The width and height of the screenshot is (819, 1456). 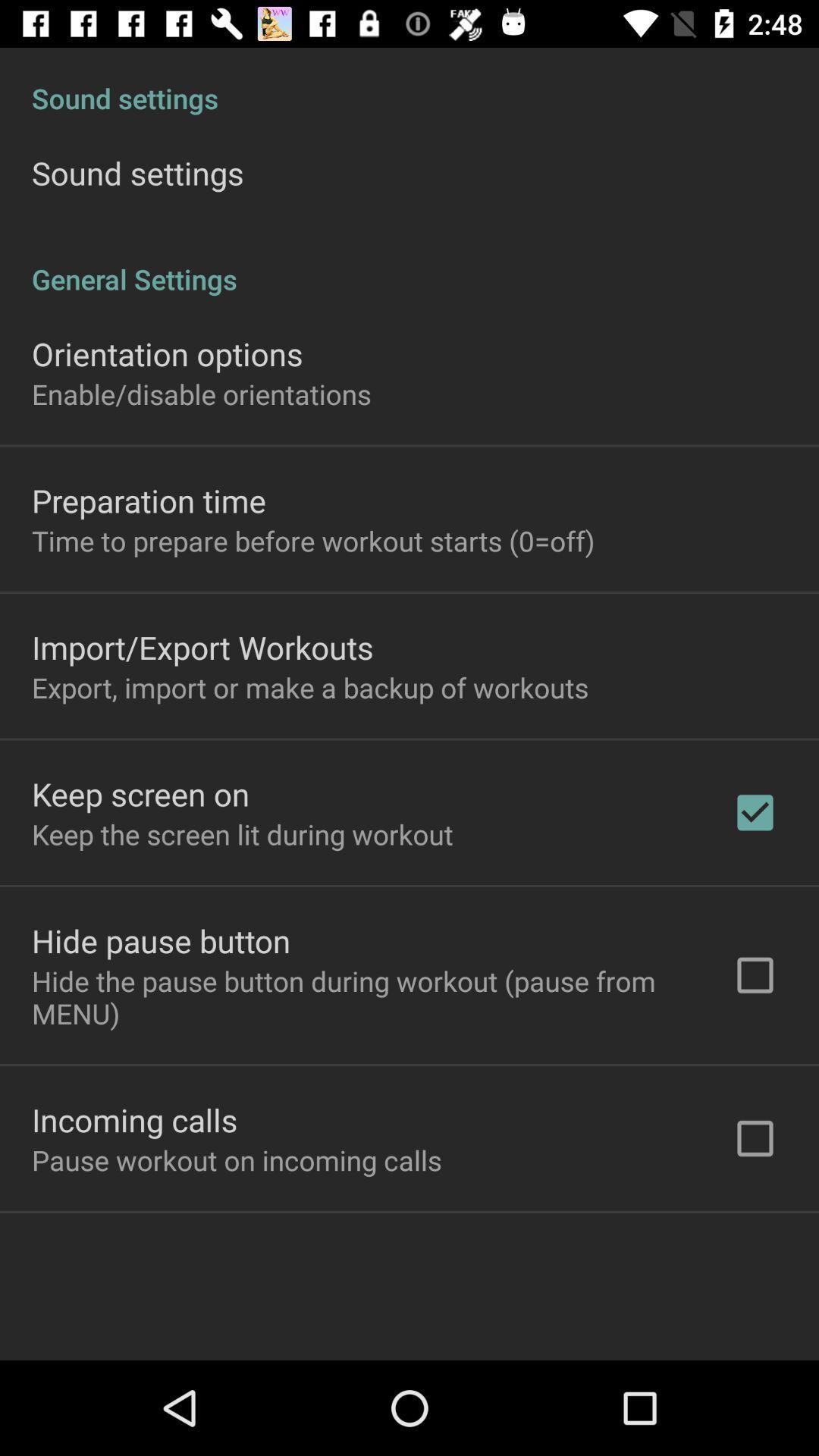 I want to click on item above the time to prepare item, so click(x=149, y=500).